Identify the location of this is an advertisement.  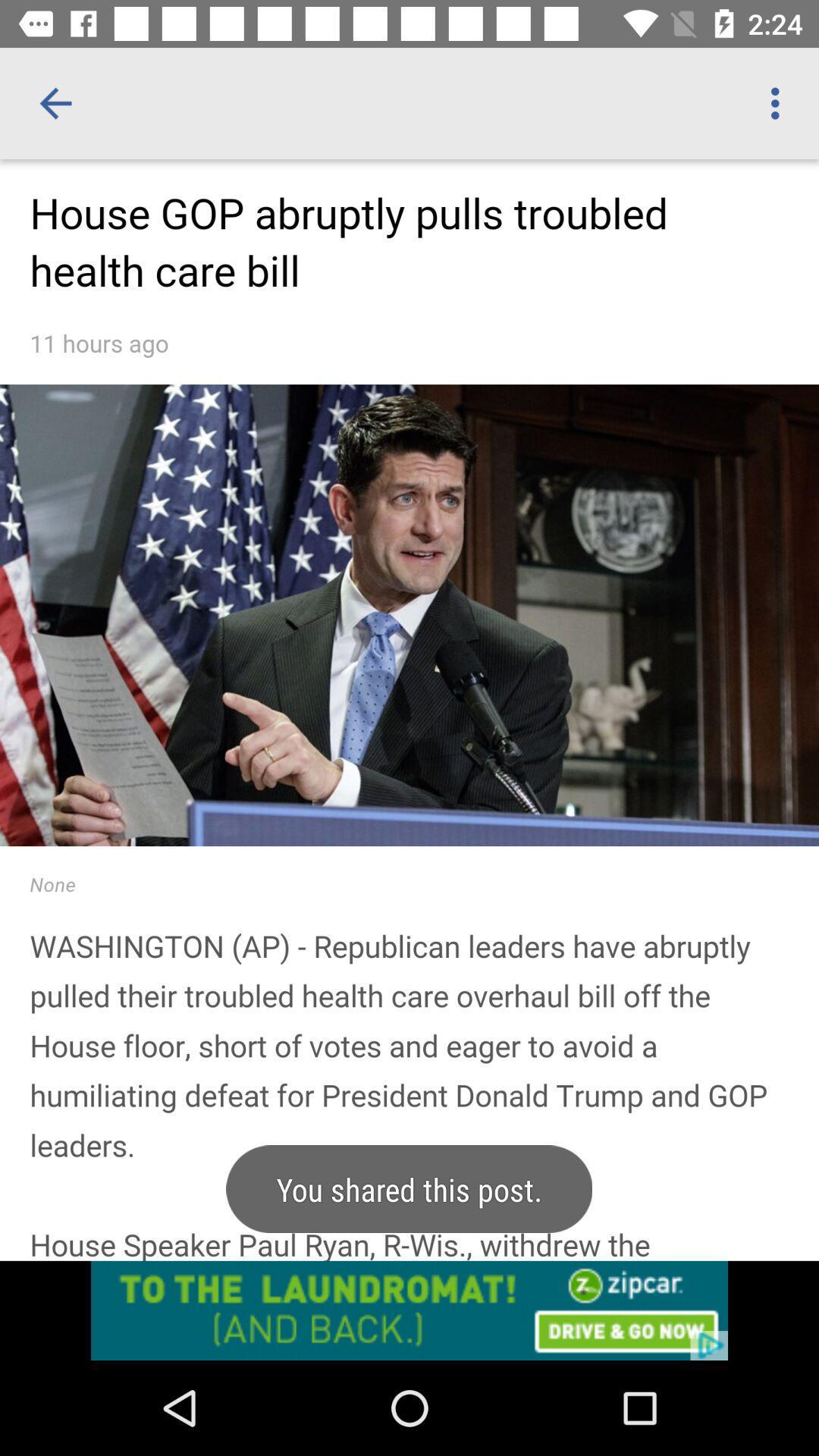
(409, 1310).